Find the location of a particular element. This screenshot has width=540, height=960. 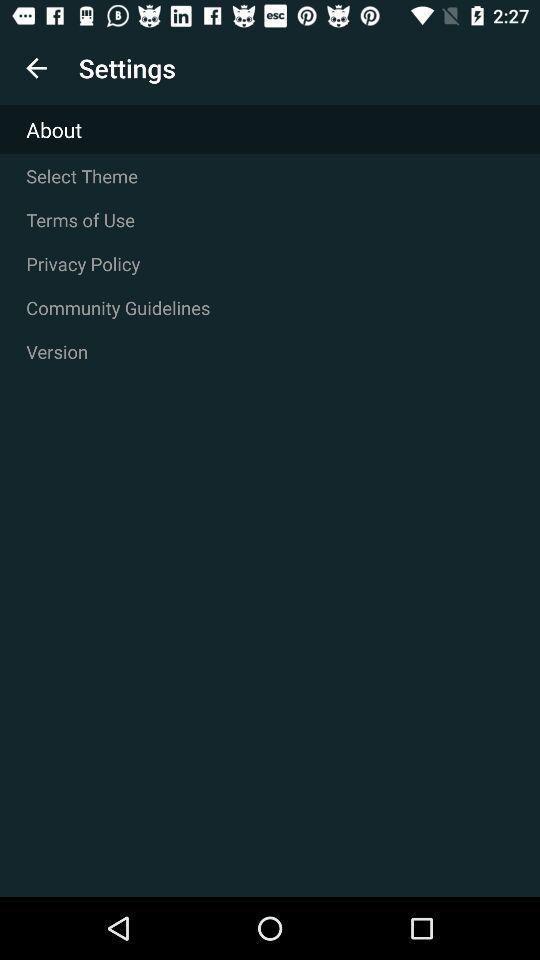

community guidelines is located at coordinates (270, 307).